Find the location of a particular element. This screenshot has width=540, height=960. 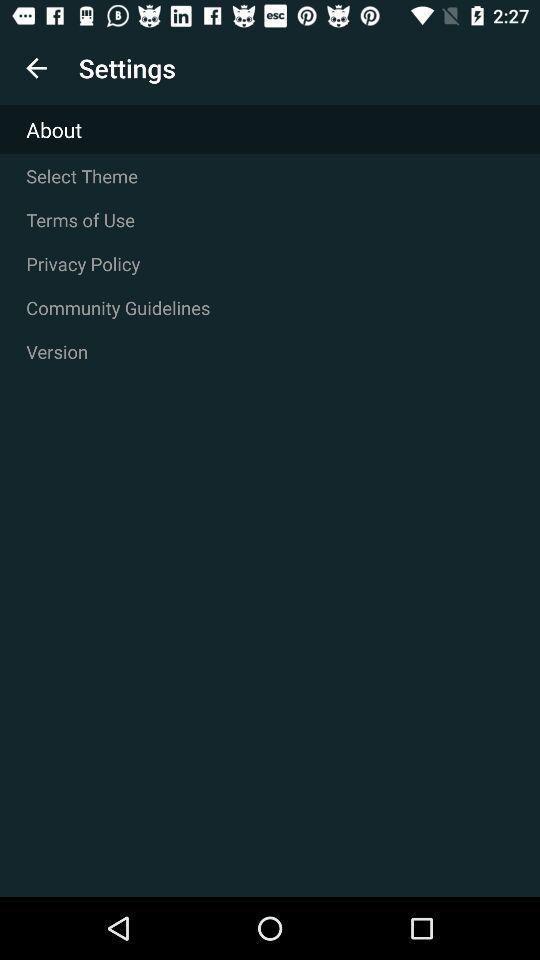

community guidelines is located at coordinates (270, 307).